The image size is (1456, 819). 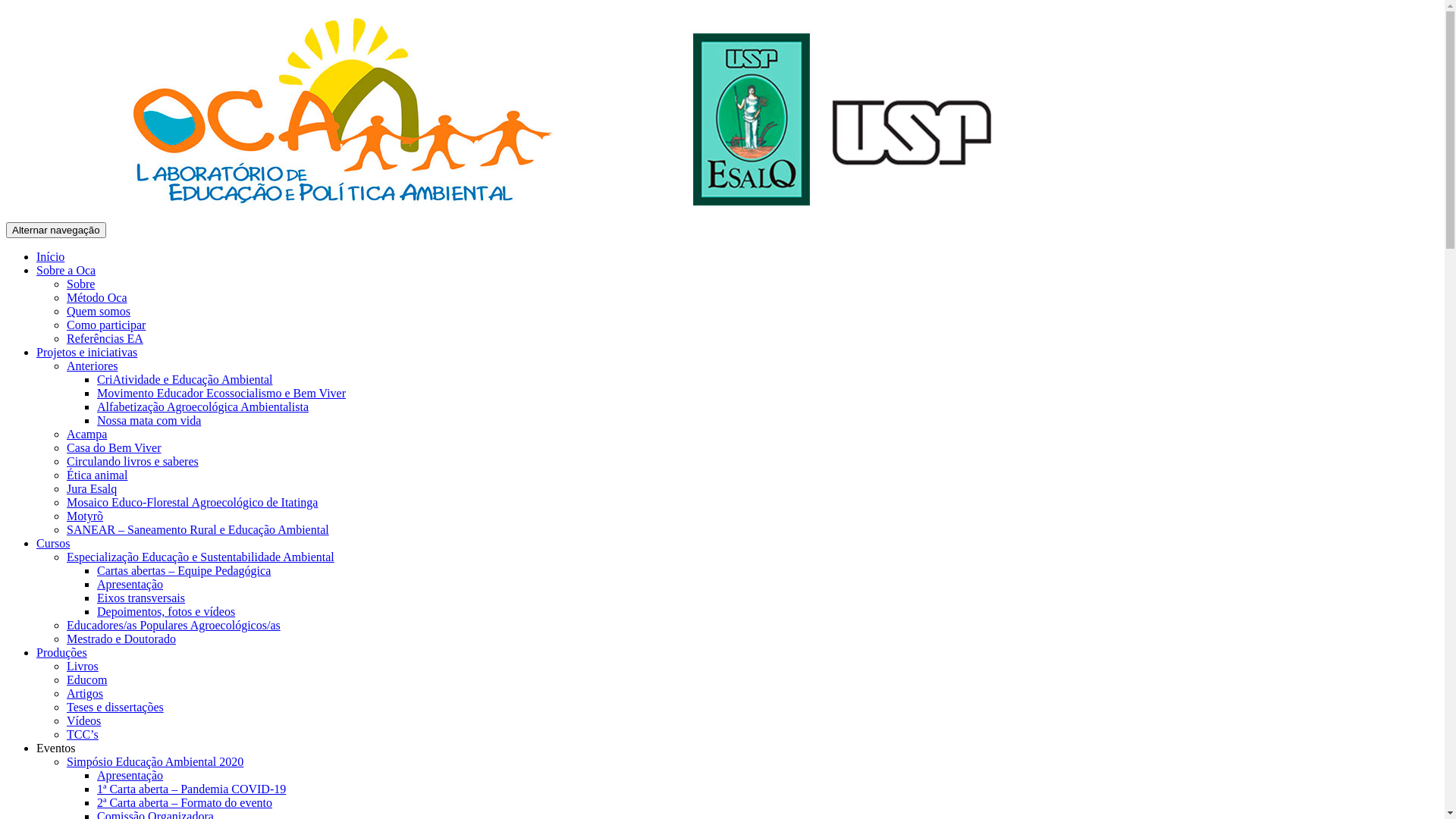 What do you see at coordinates (80, 284) in the screenshot?
I see `'Sobre'` at bounding box center [80, 284].